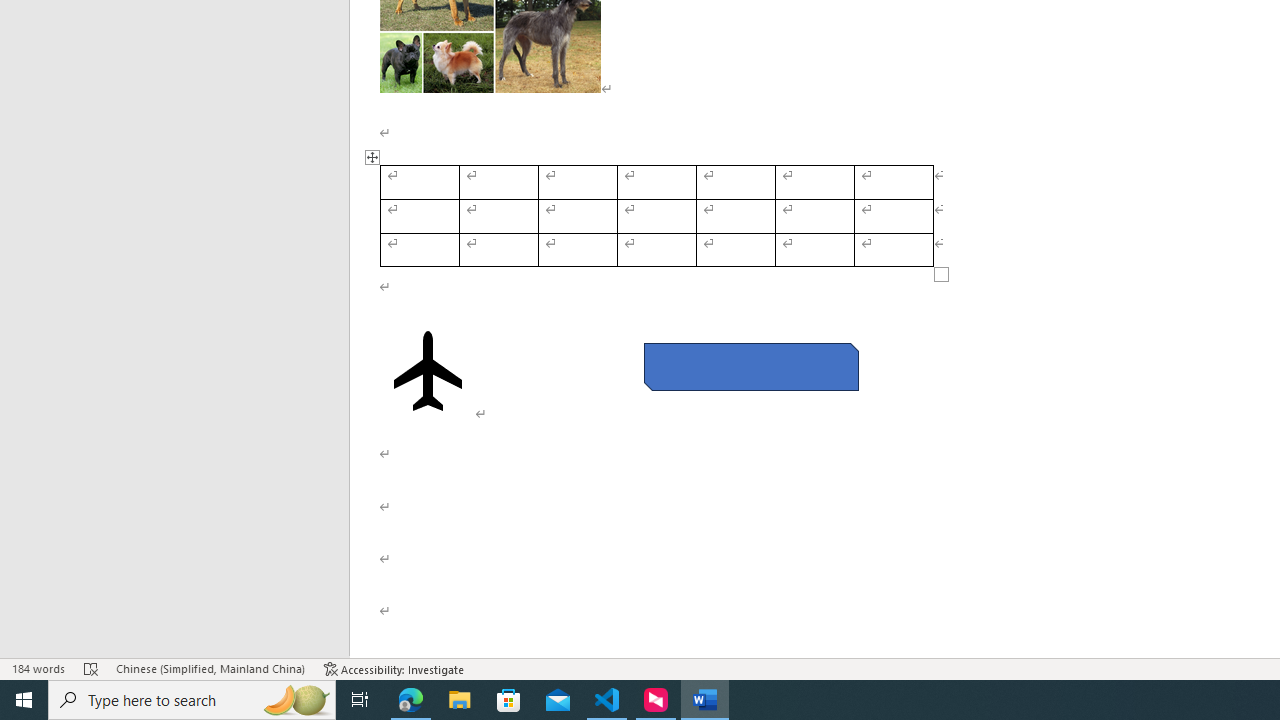 The image size is (1280, 720). Describe the element at coordinates (410, 698) in the screenshot. I see `'Microsoft Edge - 1 running window'` at that location.